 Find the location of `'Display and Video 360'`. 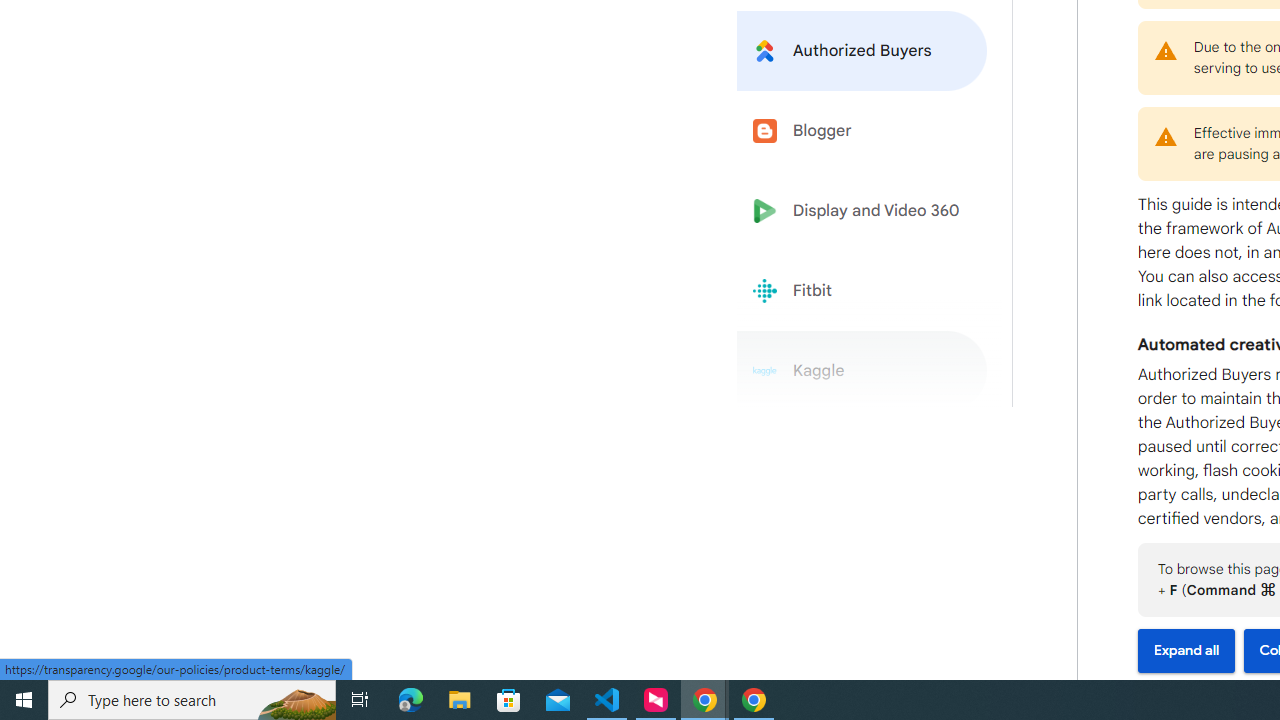

'Display and Video 360' is located at coordinates (862, 211).